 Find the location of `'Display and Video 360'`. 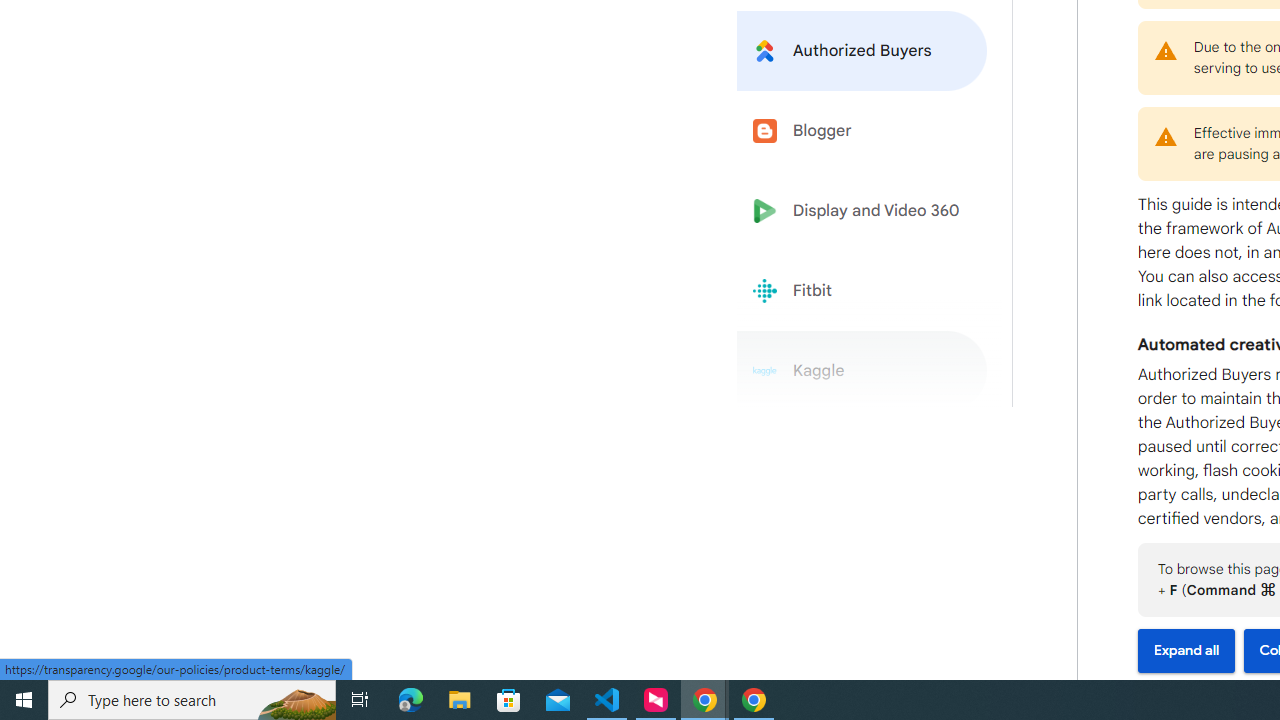

'Display and Video 360' is located at coordinates (862, 211).